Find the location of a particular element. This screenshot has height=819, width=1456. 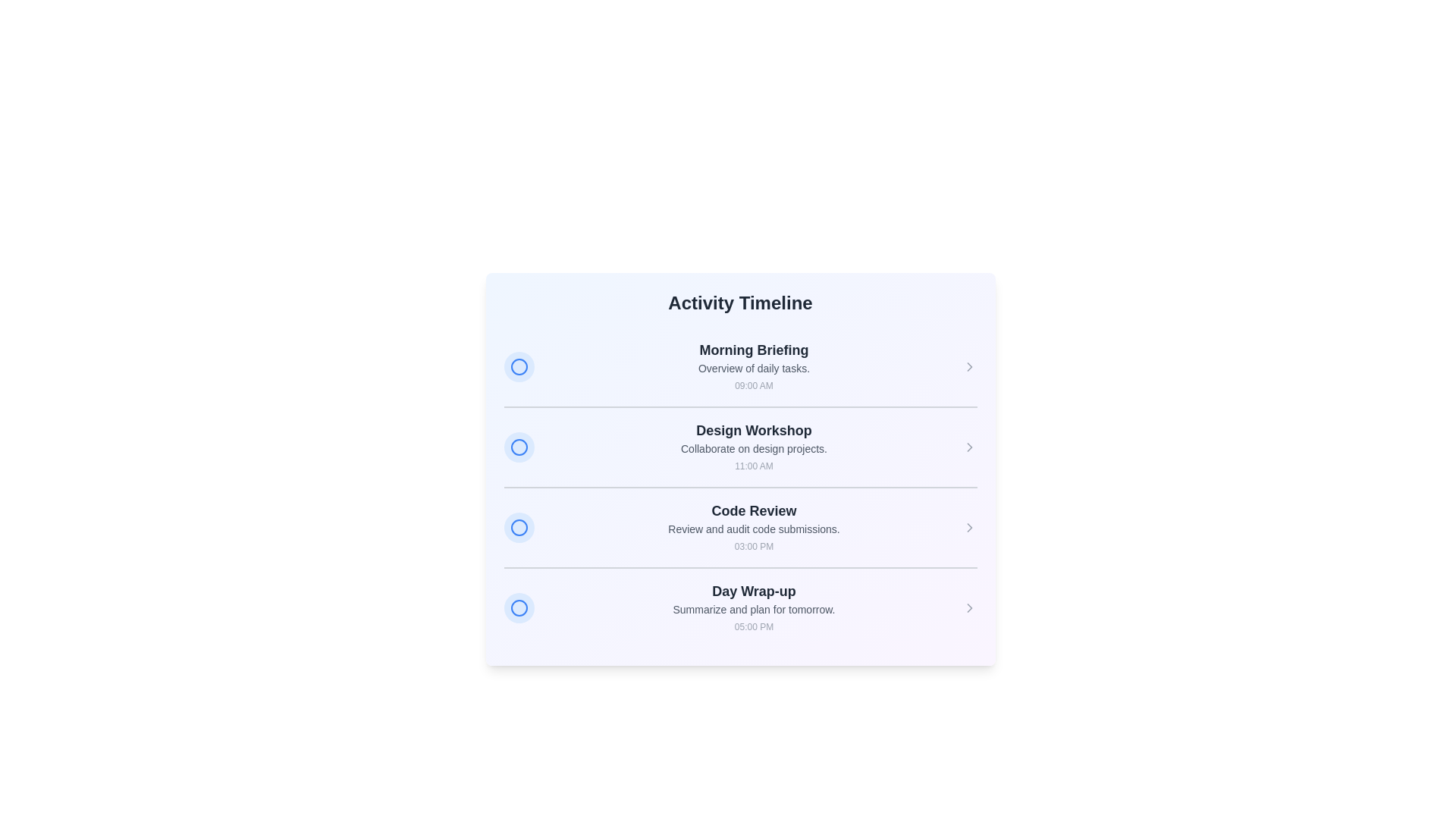

the Circular icon indicator marking the 'Design Workshop' event on the timeline is located at coordinates (519, 447).